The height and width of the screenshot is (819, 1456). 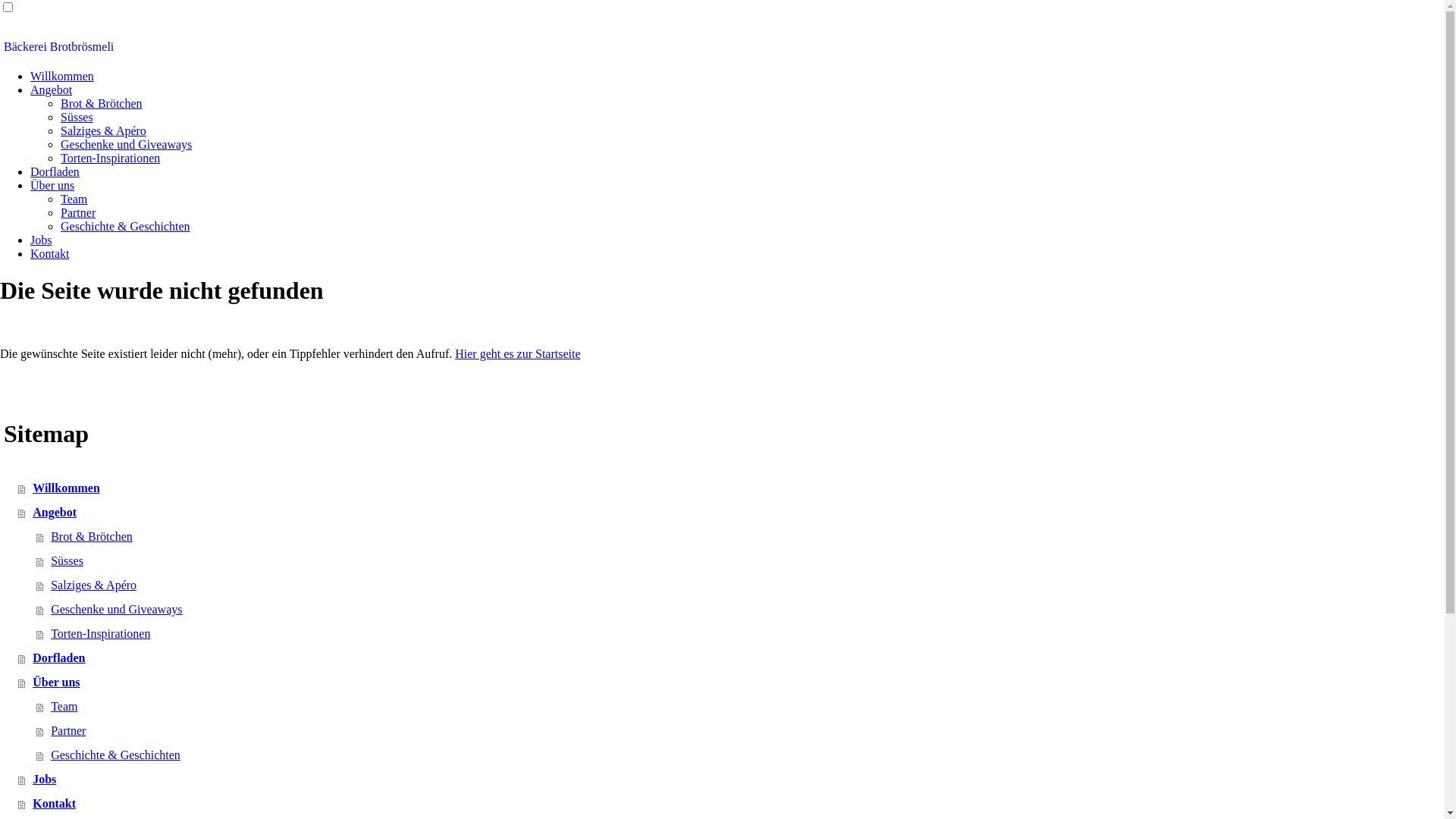 I want to click on 'Dorfladen', so click(x=30, y=171).